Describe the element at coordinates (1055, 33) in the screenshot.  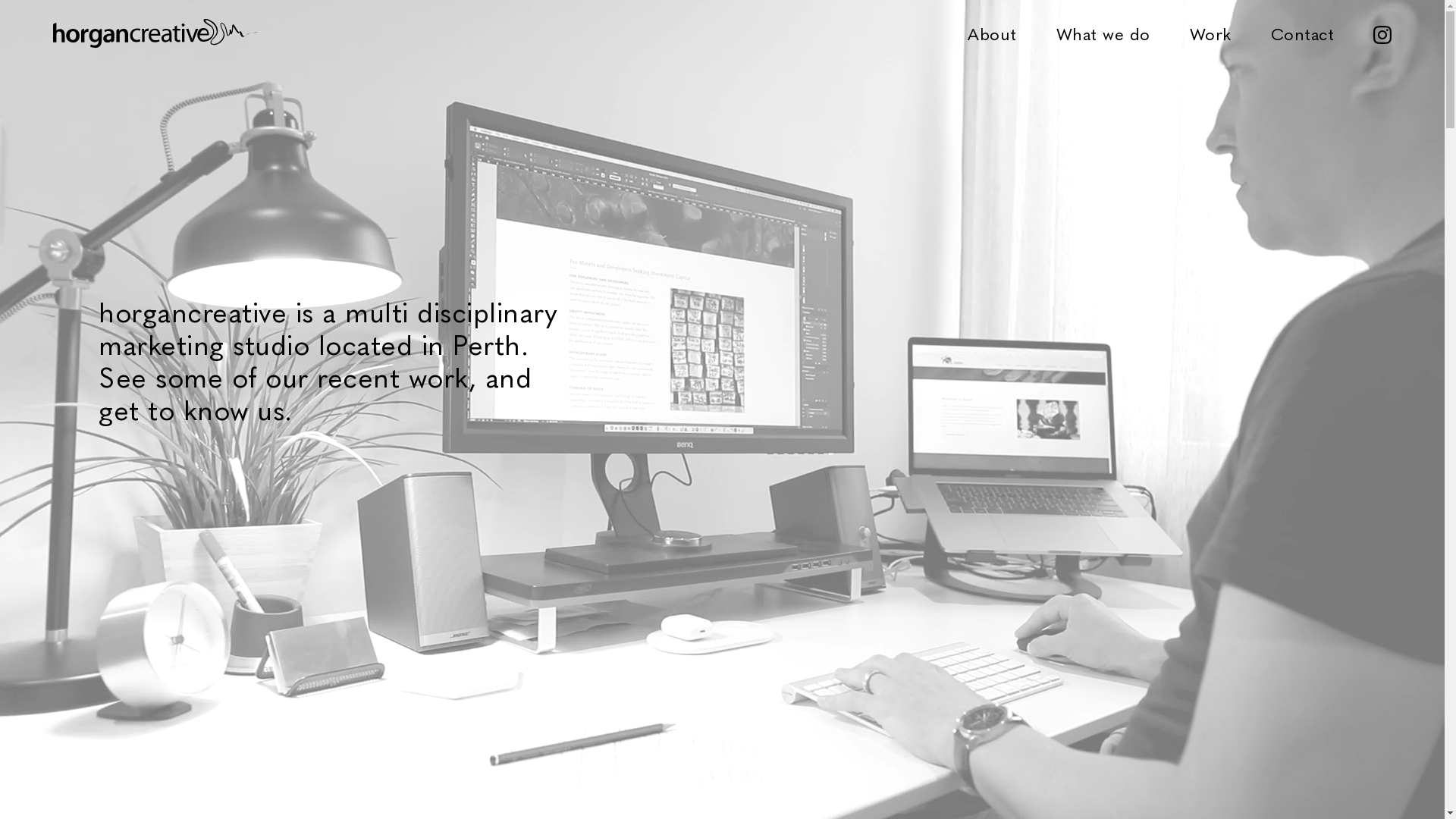
I see `'What we do'` at that location.